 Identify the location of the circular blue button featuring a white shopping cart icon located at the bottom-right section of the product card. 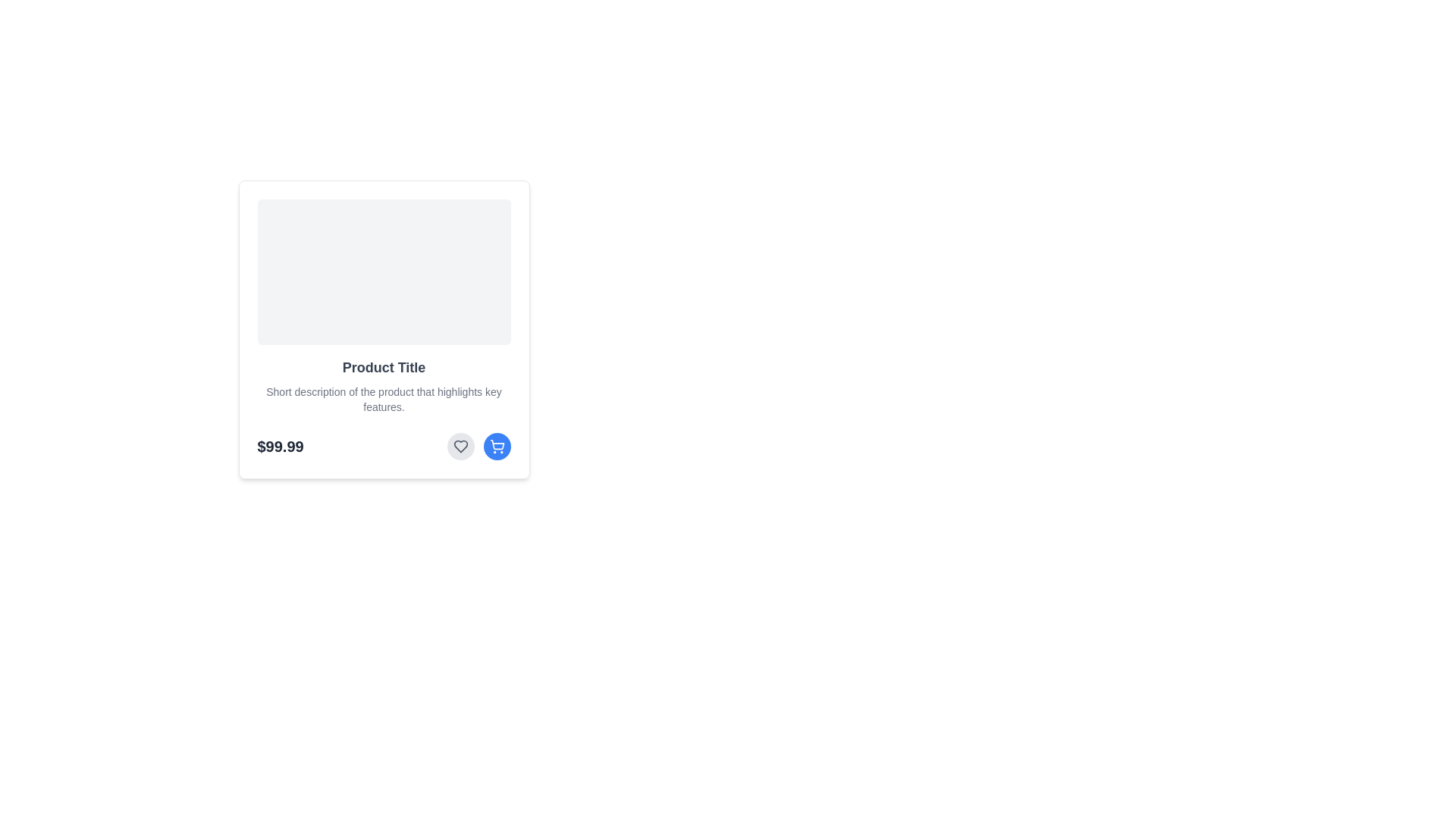
(497, 446).